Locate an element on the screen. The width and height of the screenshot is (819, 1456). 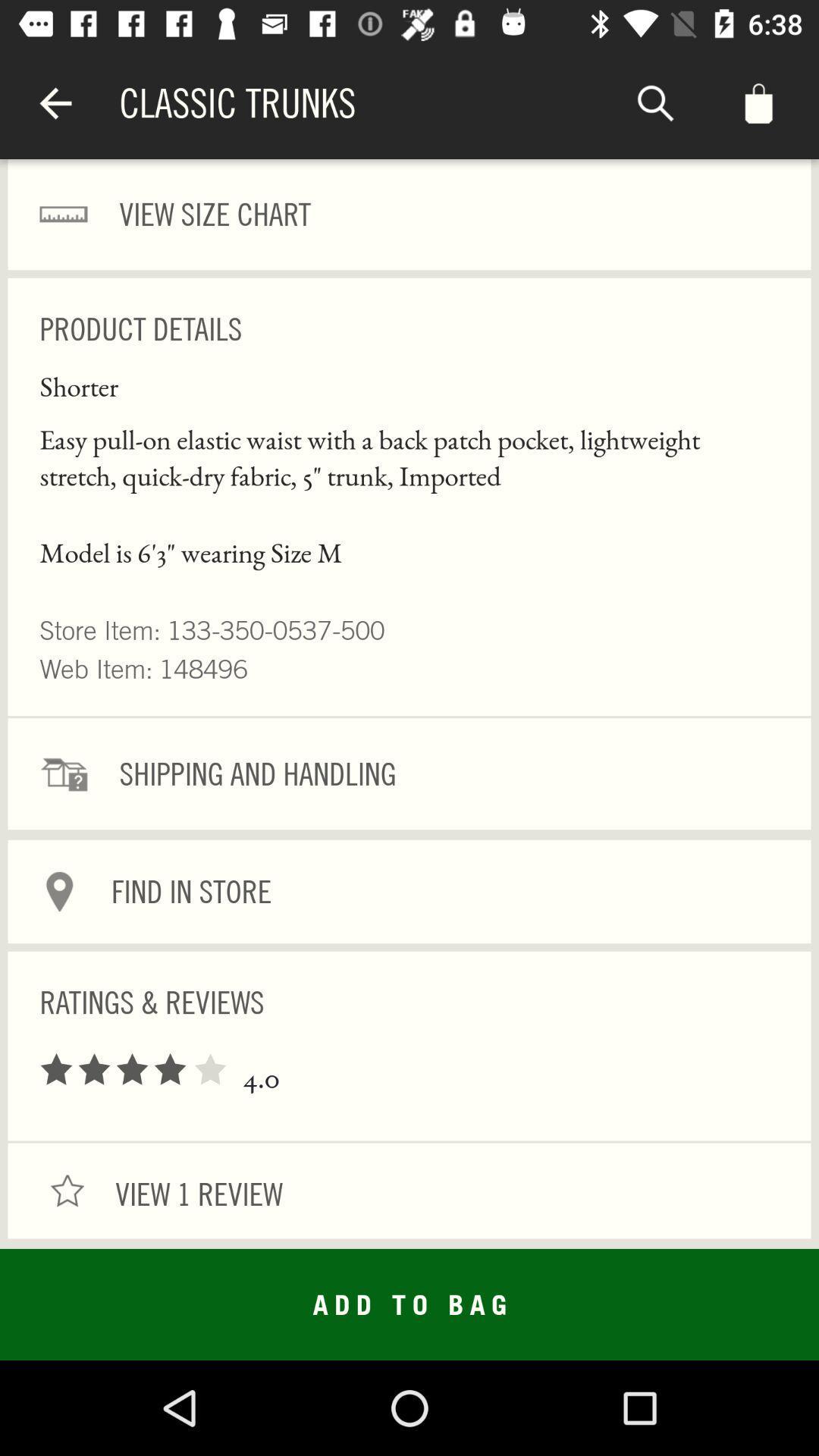
find in store is located at coordinates (409, 892).